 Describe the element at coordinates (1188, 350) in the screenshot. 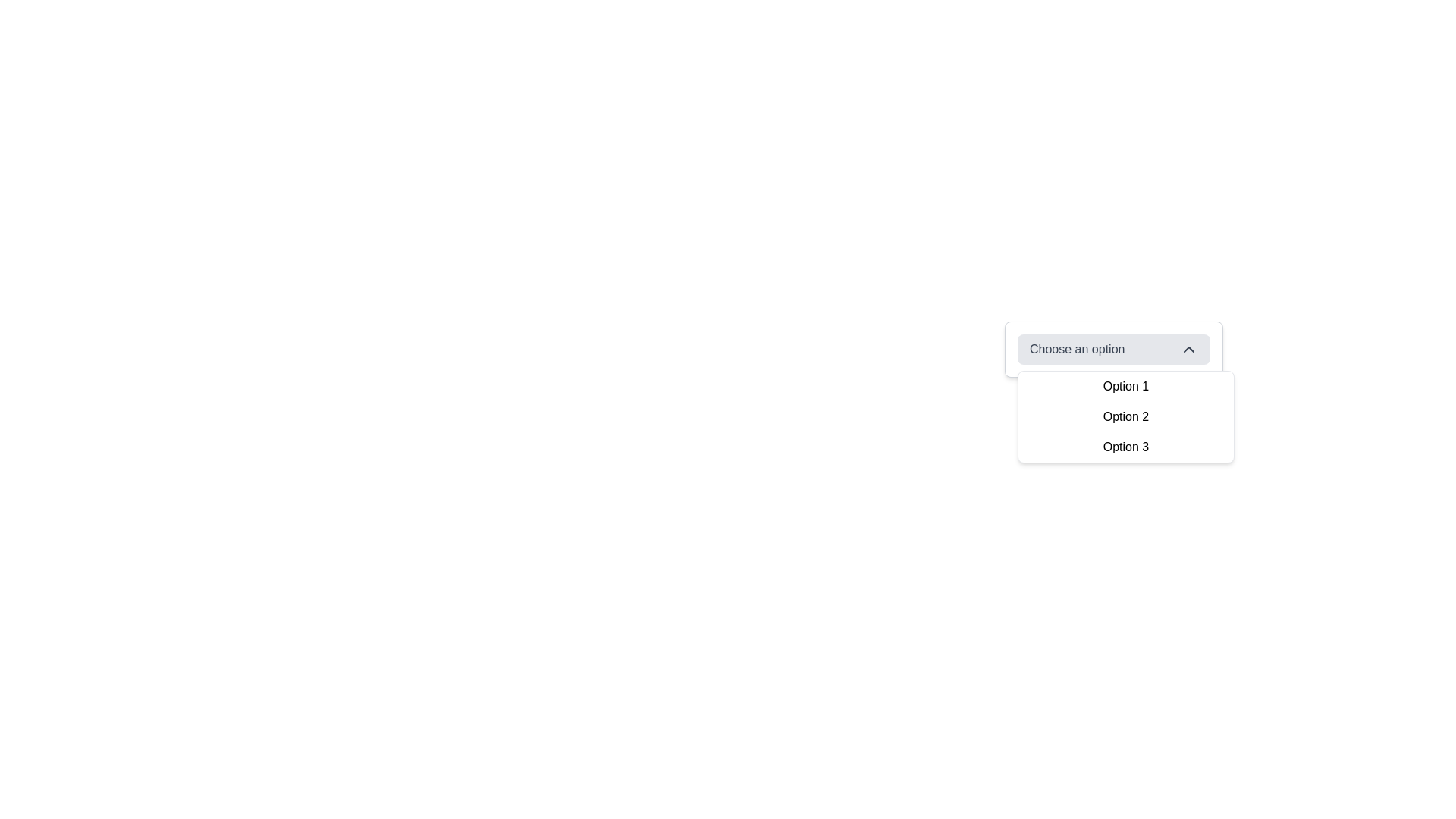

I see `the icon located at the far right of the 'Choose an option' dropdown header` at that location.